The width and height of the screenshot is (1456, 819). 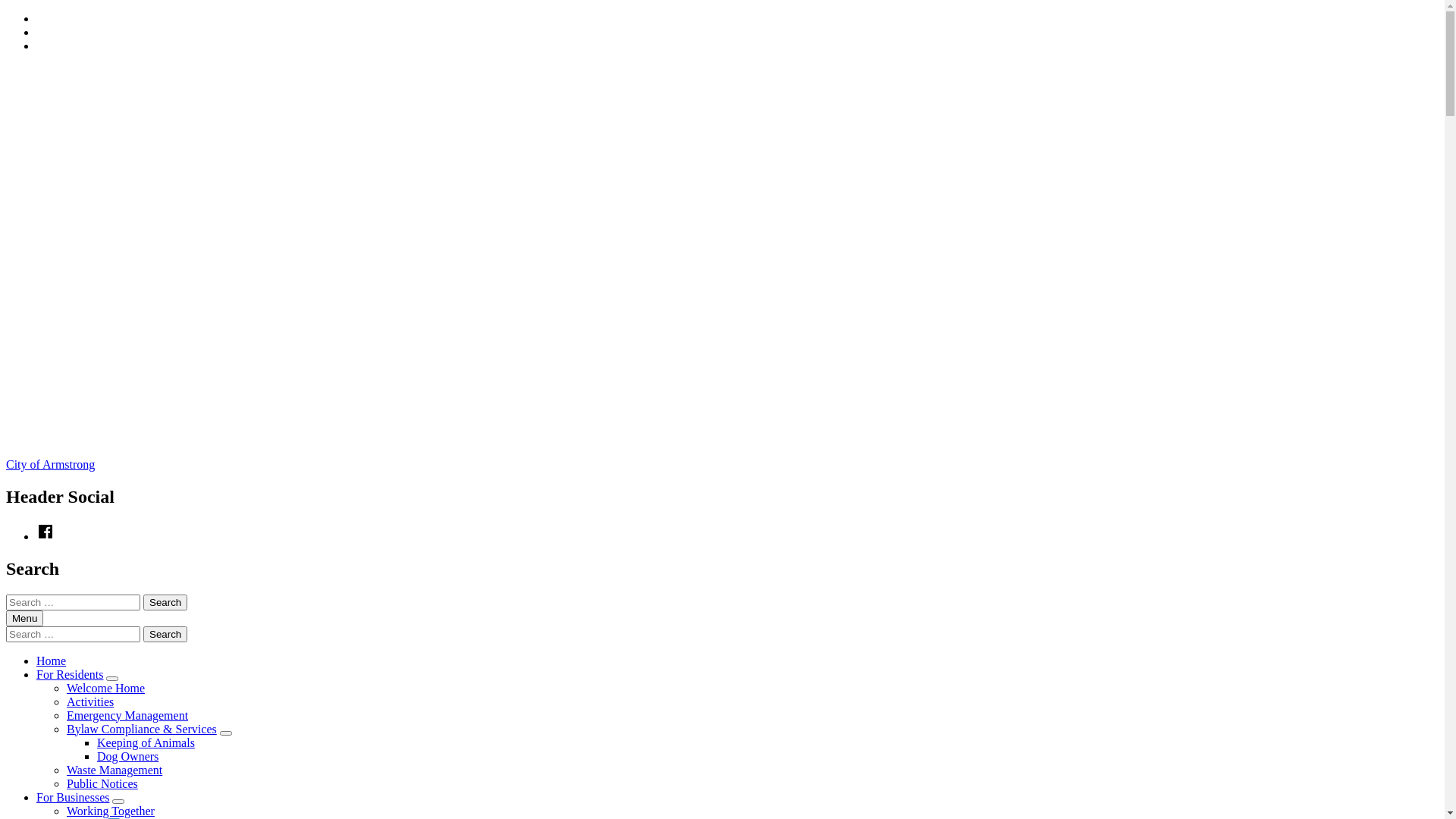 I want to click on 'City of Armstrong', so click(x=50, y=463).